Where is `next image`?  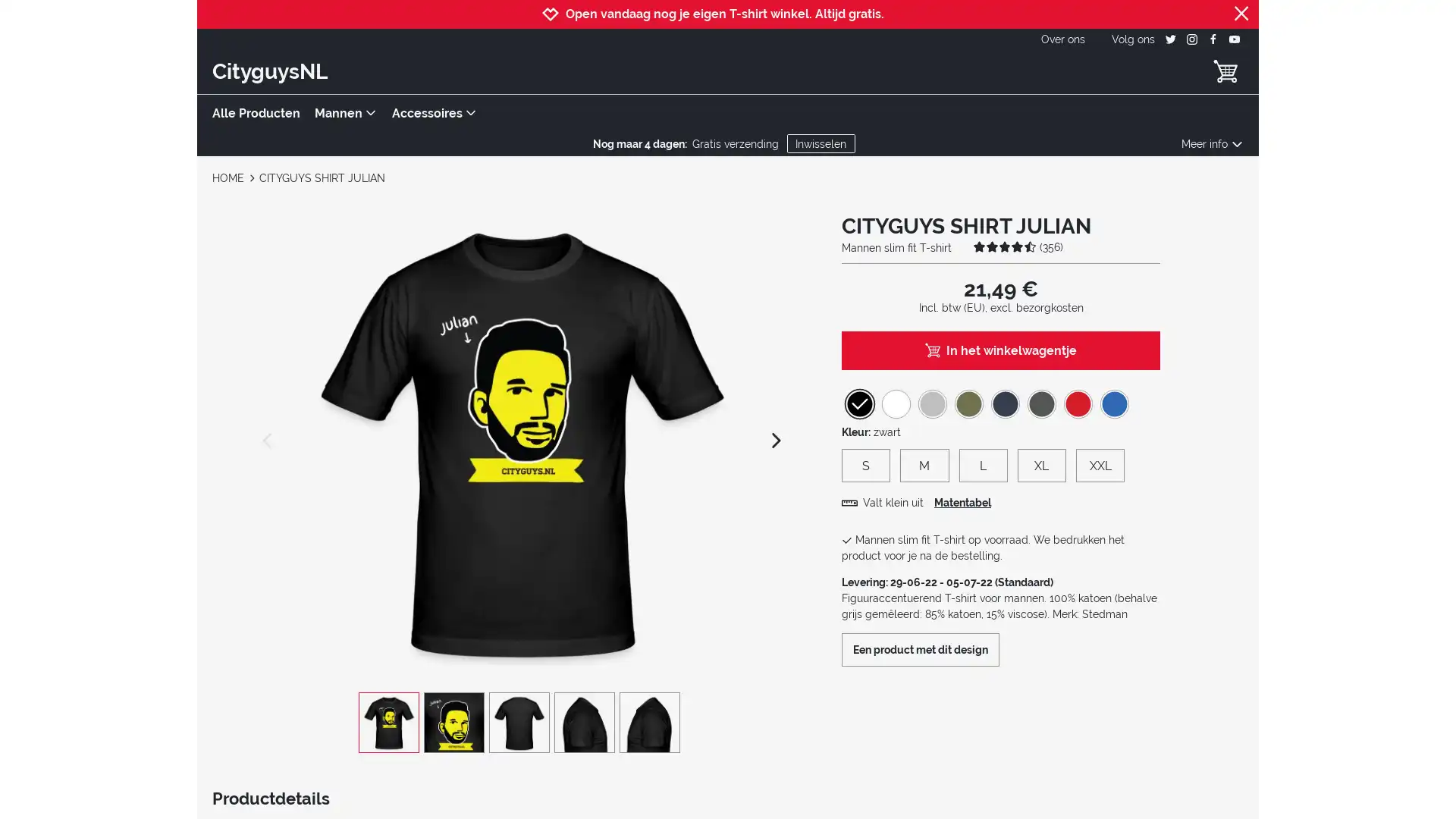 next image is located at coordinates (775, 439).